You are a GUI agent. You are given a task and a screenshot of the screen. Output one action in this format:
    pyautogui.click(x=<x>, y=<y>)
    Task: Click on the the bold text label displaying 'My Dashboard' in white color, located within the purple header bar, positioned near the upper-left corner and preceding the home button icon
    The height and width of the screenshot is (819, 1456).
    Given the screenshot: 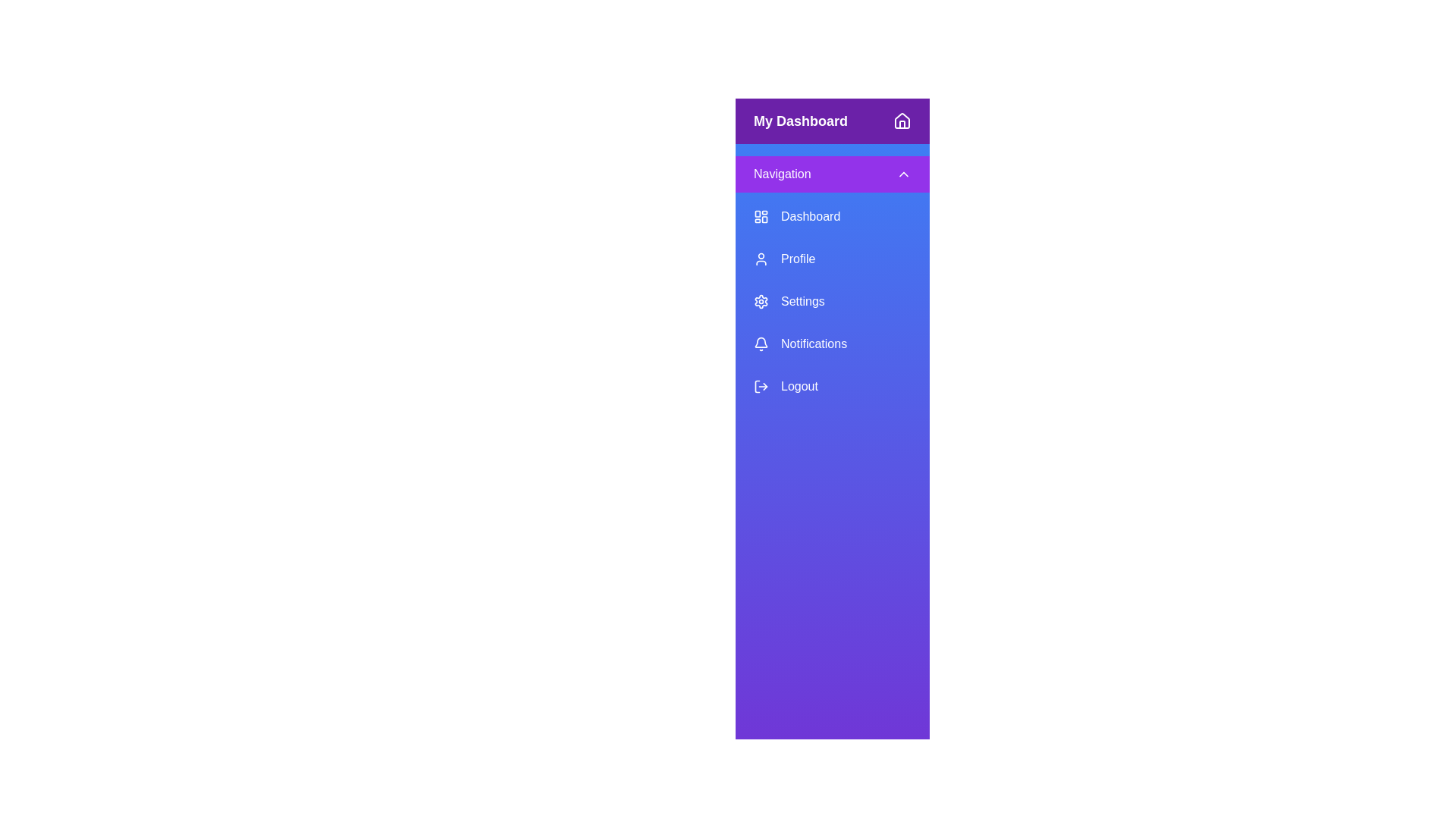 What is the action you would take?
    pyautogui.click(x=800, y=120)
    